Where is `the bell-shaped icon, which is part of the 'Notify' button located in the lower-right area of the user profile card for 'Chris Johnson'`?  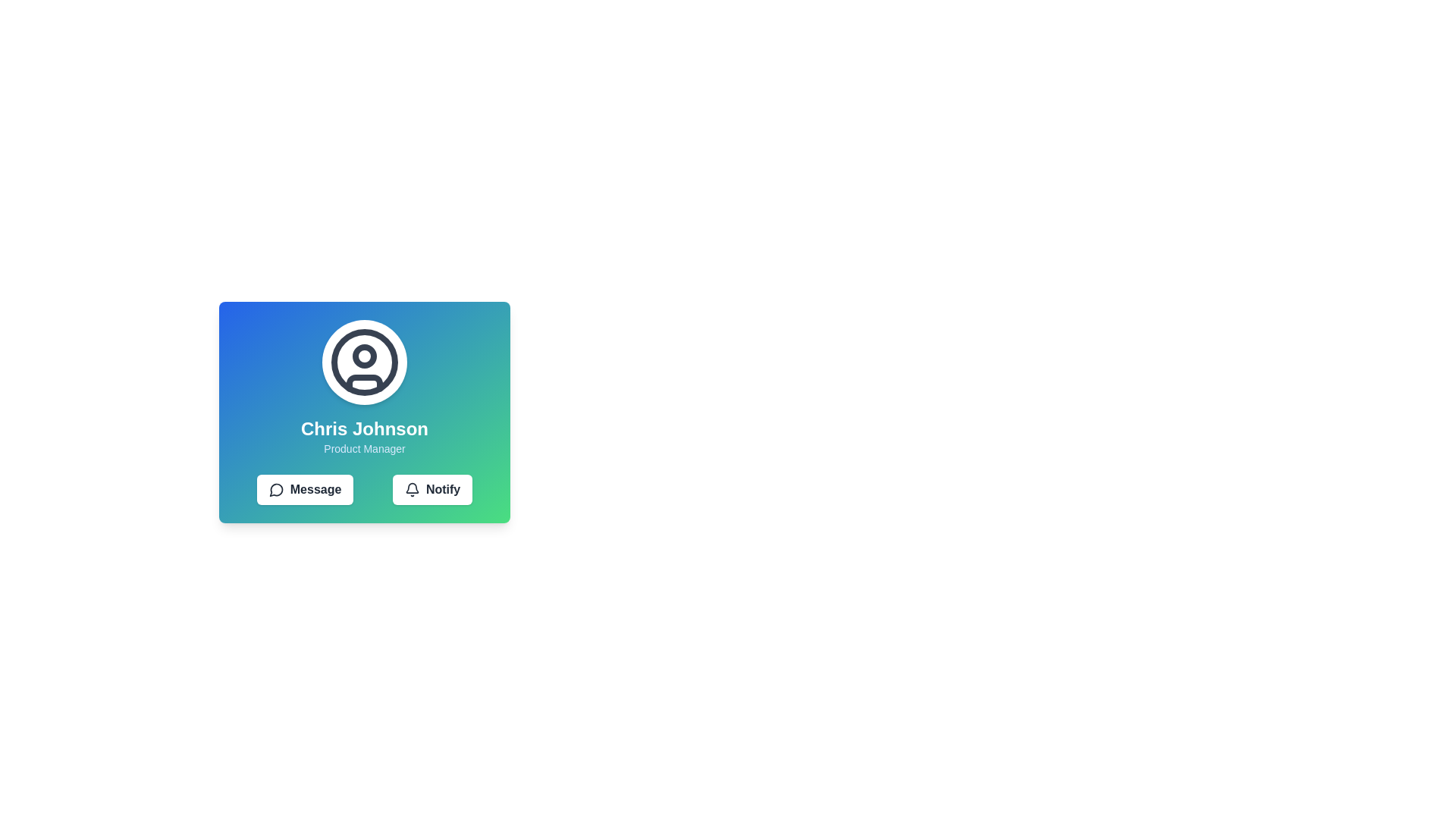
the bell-shaped icon, which is part of the 'Notify' button located in the lower-right area of the user profile card for 'Chris Johnson' is located at coordinates (412, 489).